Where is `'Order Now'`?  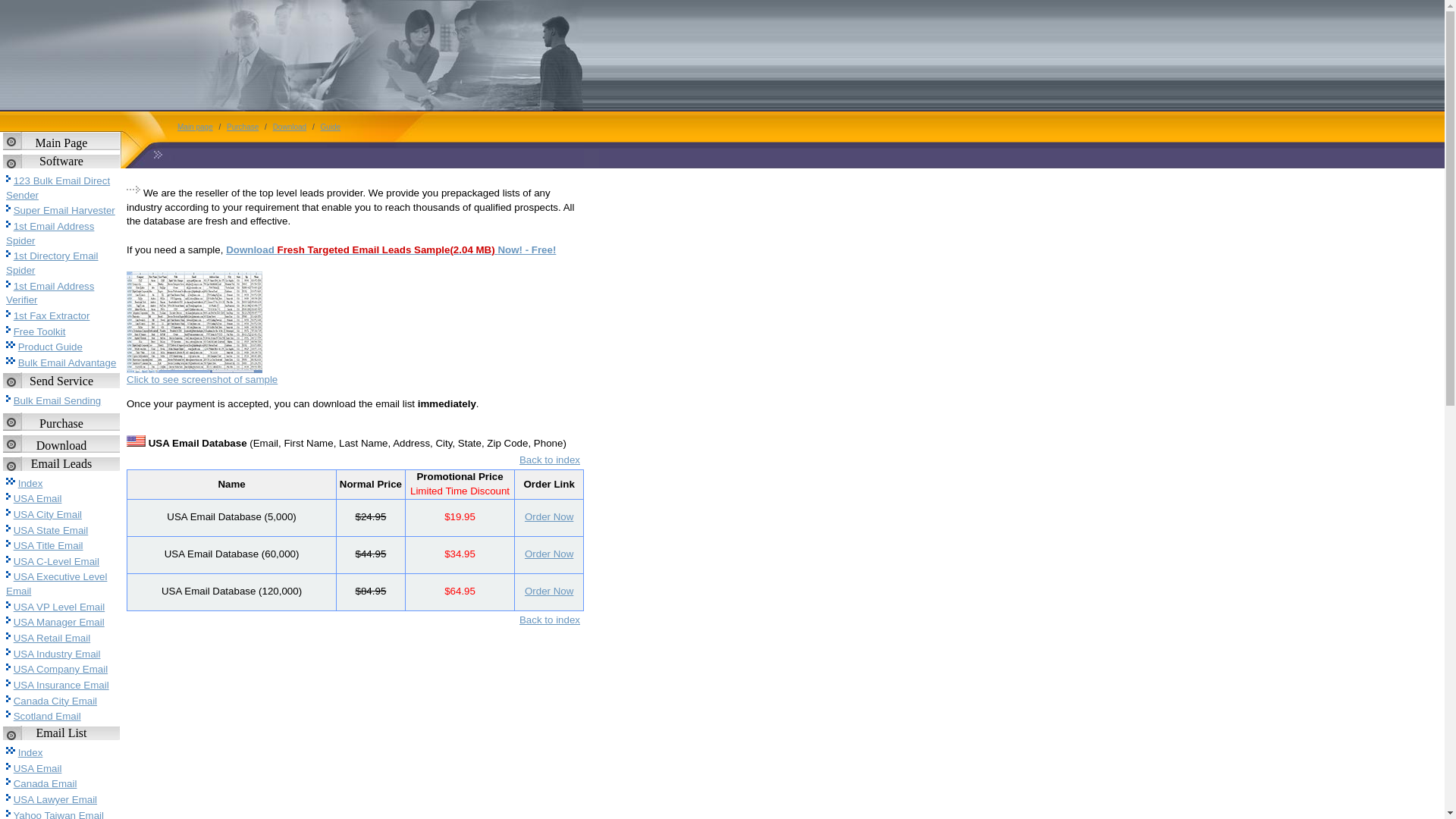
'Order Now' is located at coordinates (548, 554).